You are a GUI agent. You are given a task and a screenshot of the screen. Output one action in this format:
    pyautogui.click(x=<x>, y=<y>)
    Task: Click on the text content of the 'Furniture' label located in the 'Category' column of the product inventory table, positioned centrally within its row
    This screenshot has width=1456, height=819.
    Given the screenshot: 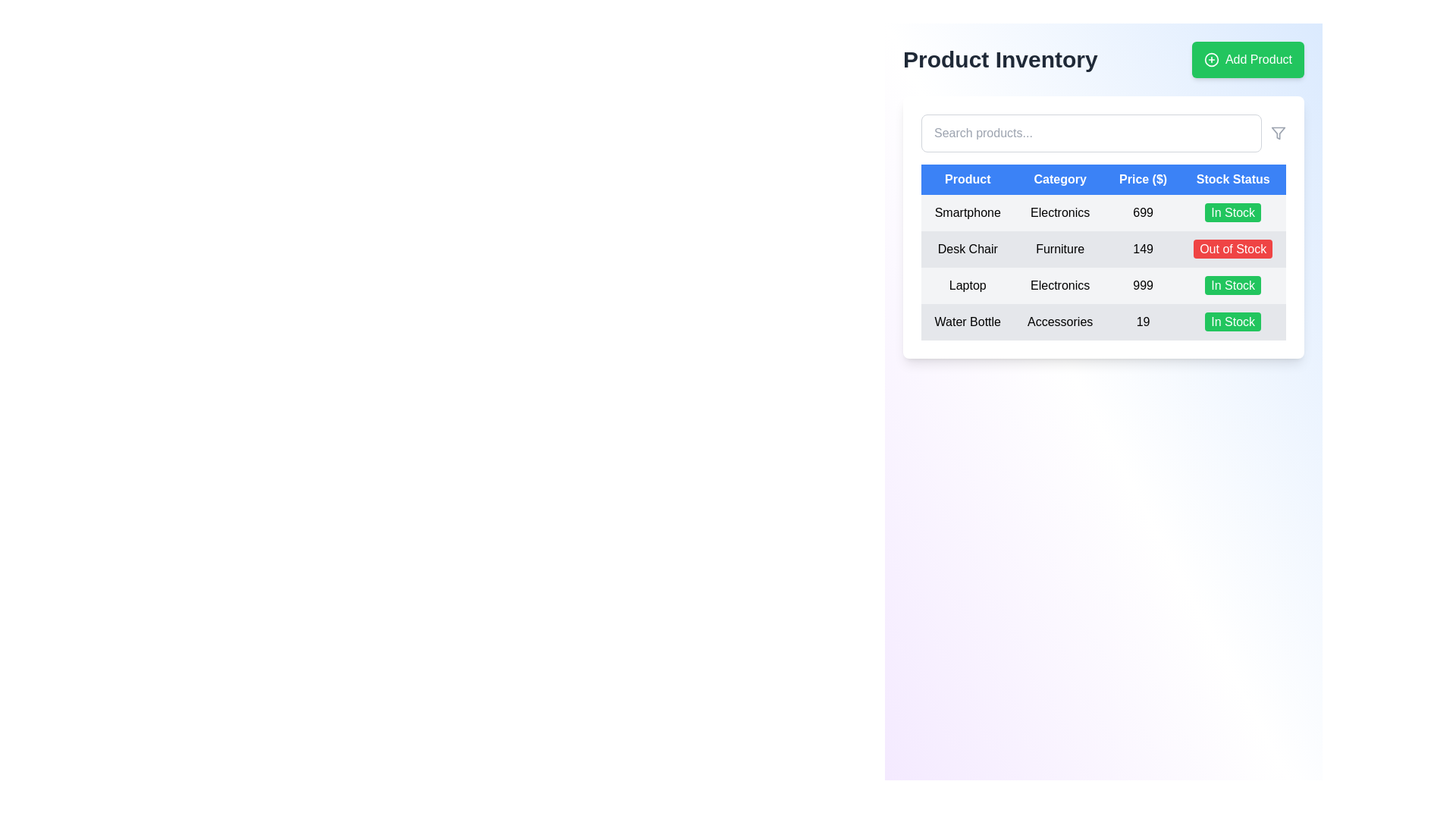 What is the action you would take?
    pyautogui.click(x=1059, y=248)
    